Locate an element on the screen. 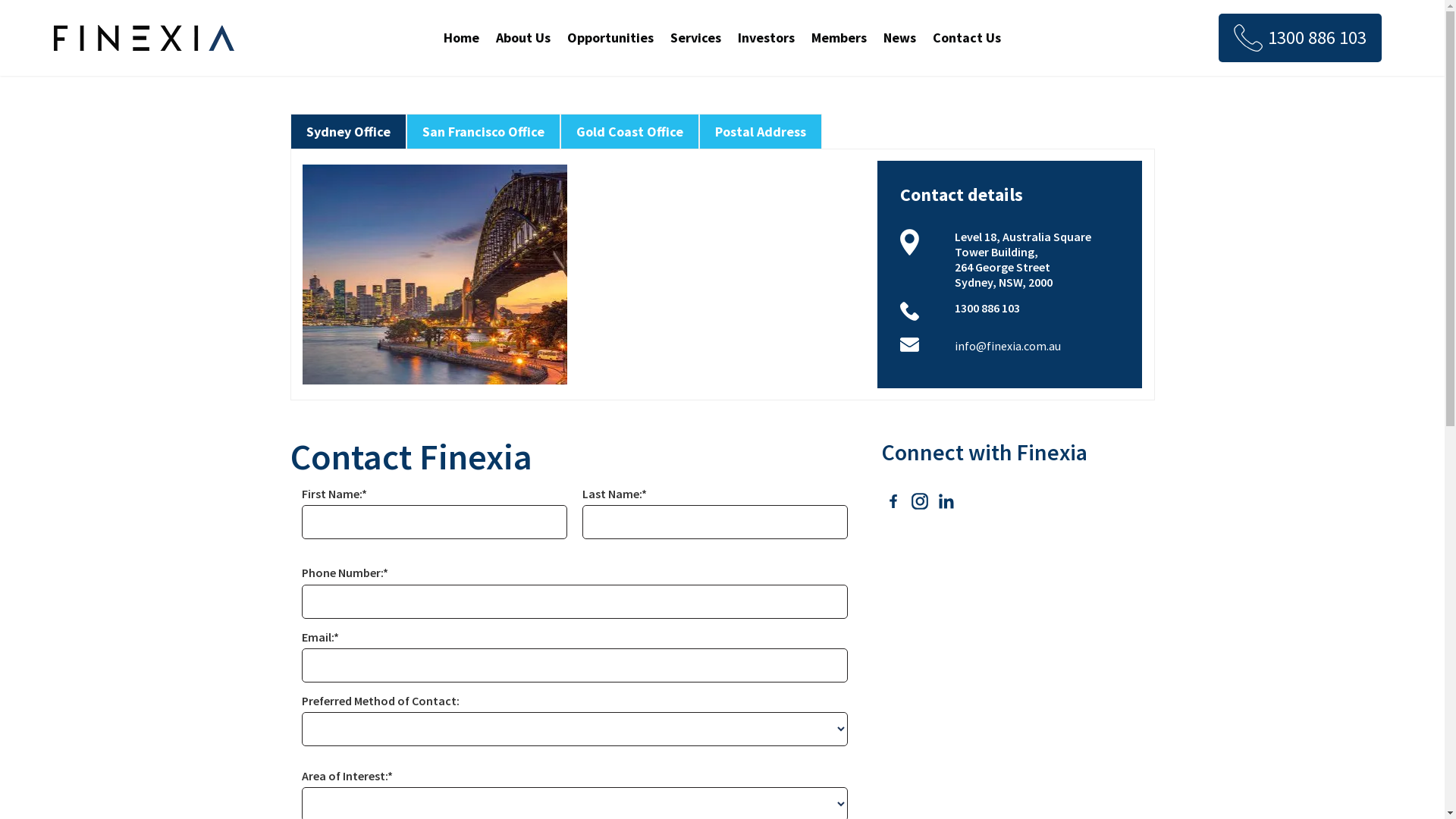 The width and height of the screenshot is (1456, 819). 'About Us' is located at coordinates (523, 37).